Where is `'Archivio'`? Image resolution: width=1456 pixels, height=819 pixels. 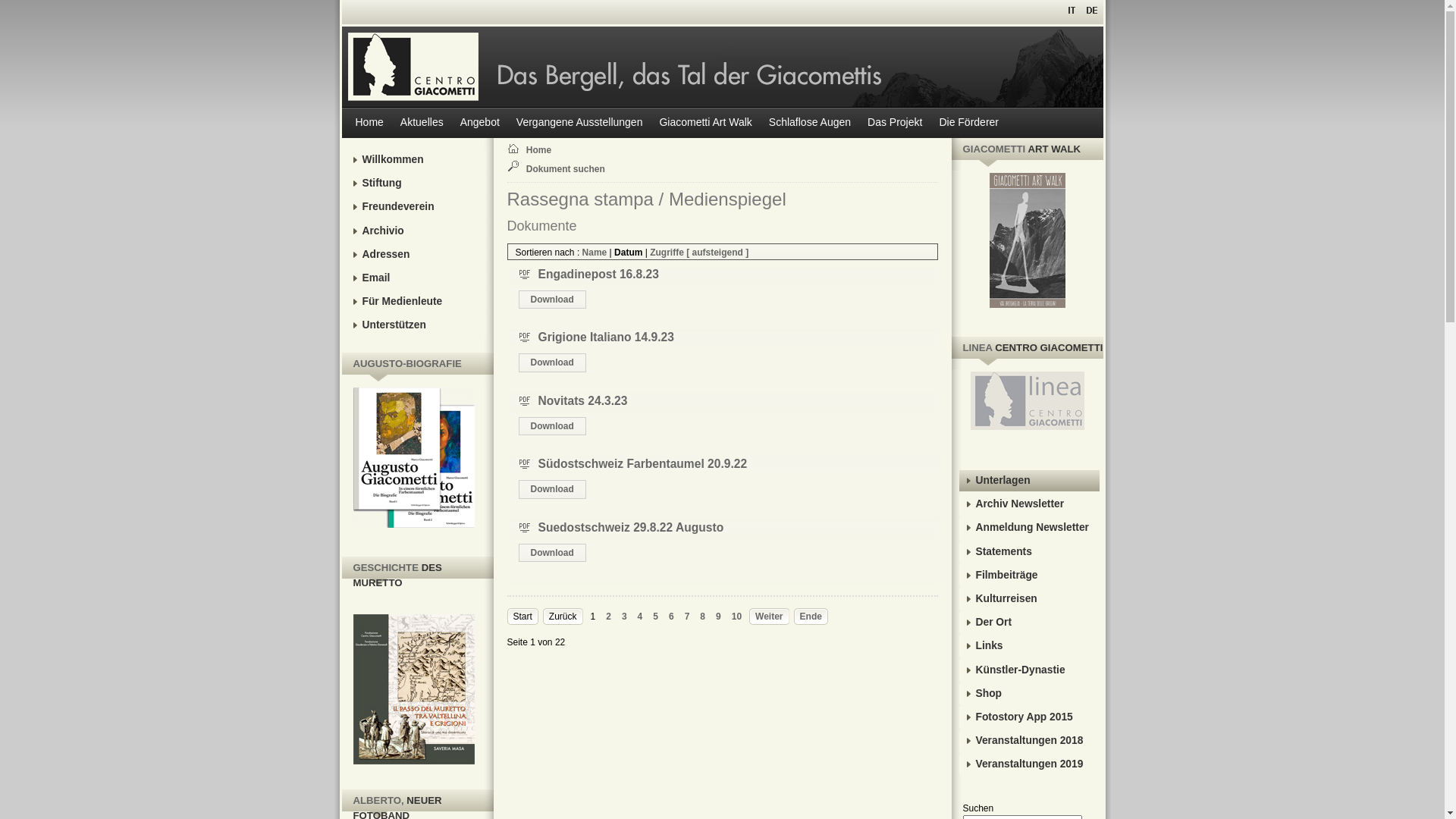
'Archivio' is located at coordinates (416, 231).